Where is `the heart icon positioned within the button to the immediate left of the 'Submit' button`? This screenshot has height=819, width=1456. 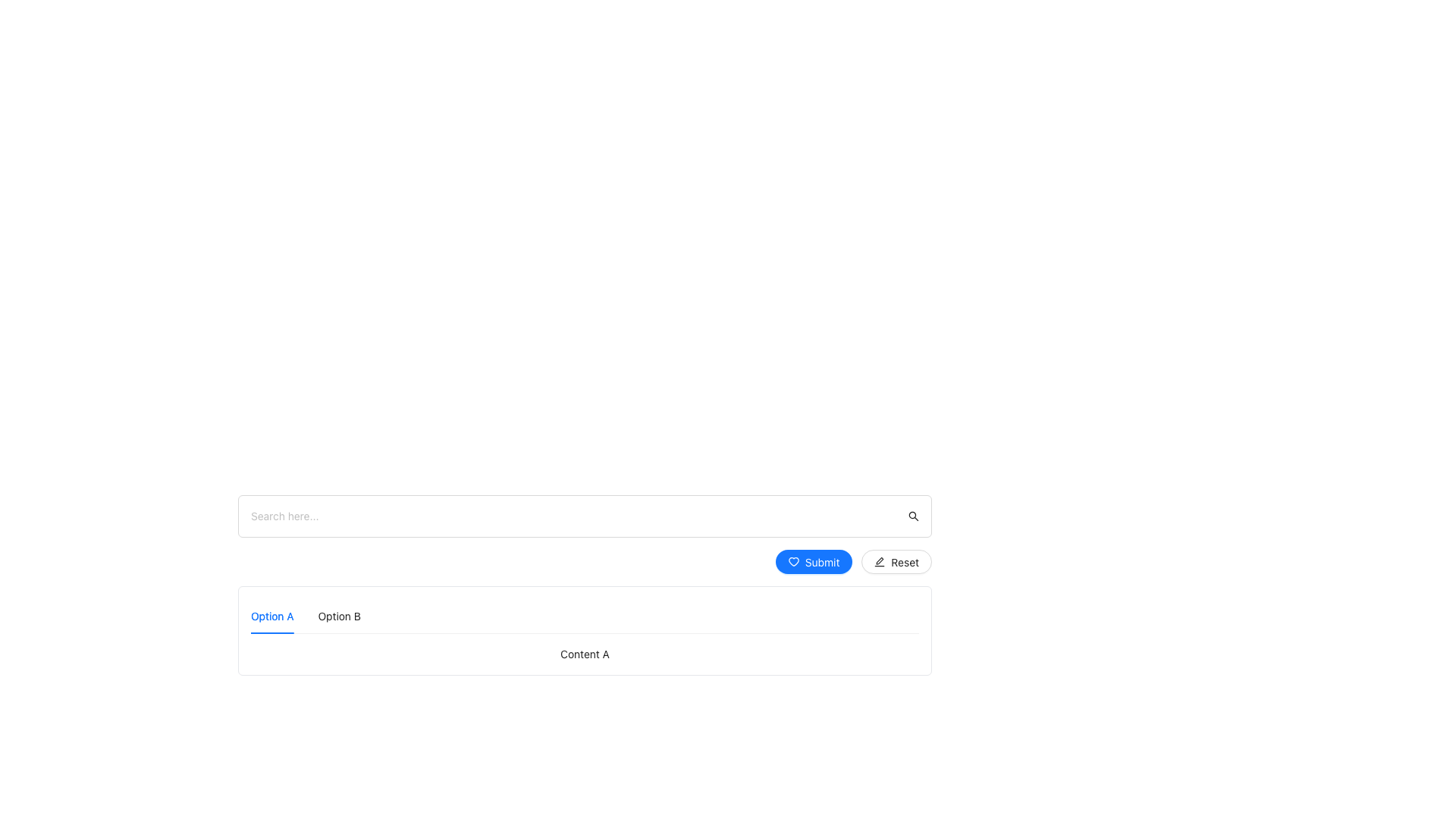
the heart icon positioned within the button to the immediate left of the 'Submit' button is located at coordinates (792, 562).